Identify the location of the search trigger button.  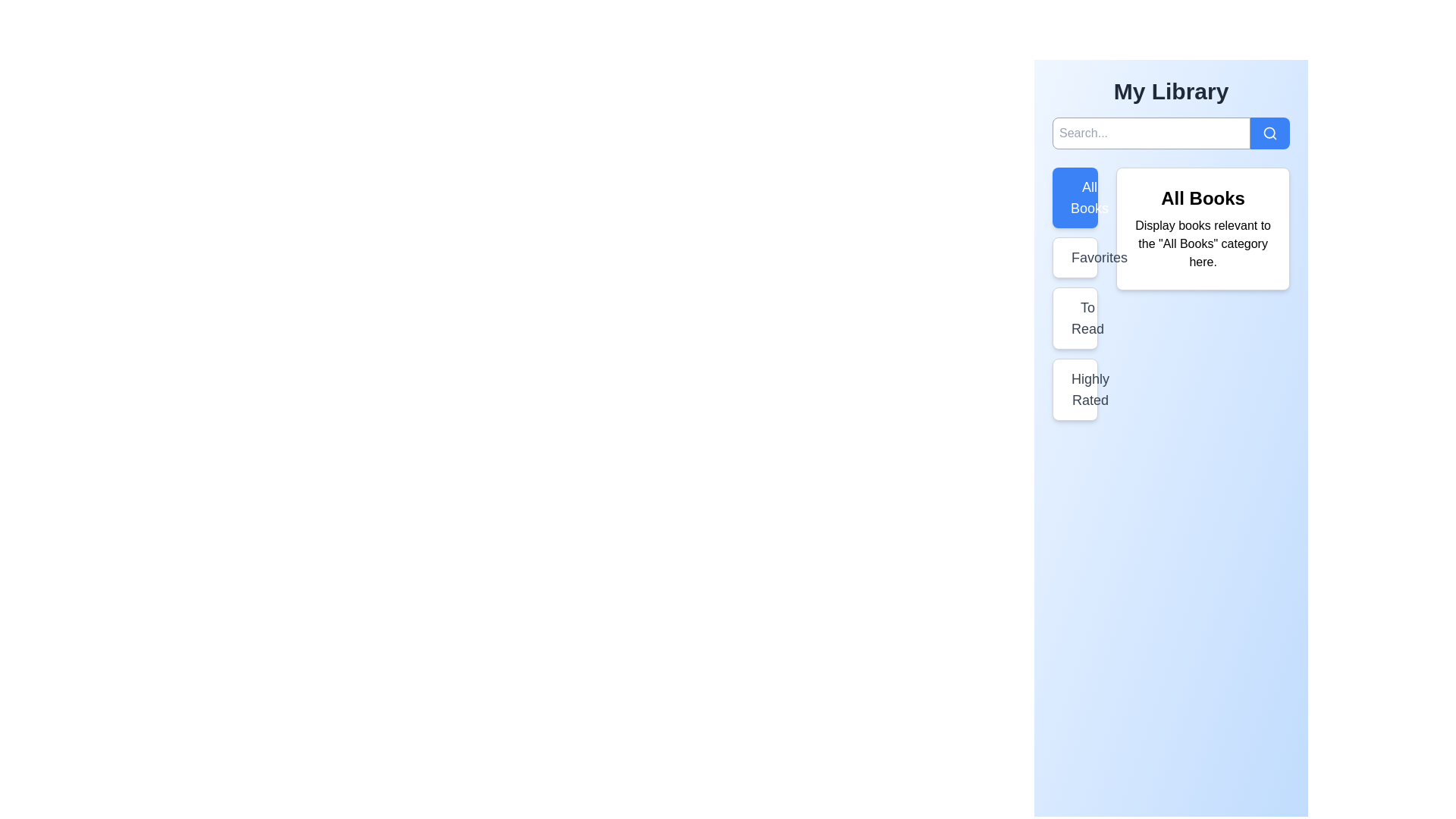
(1270, 133).